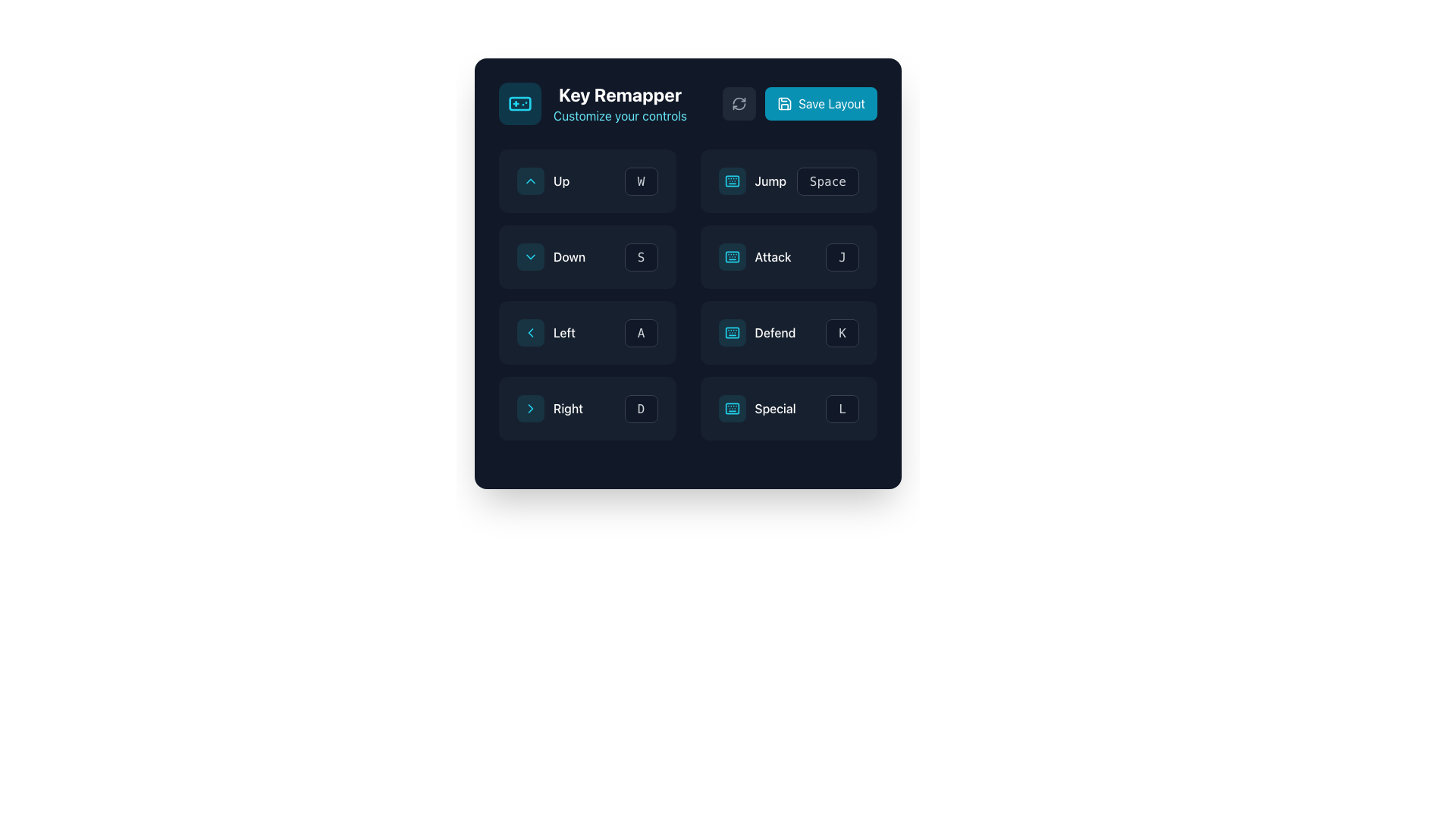 Image resolution: width=1456 pixels, height=819 pixels. What do you see at coordinates (789, 256) in the screenshot?
I see `the 'Attack' control mapping button which indicates the 'J' key is assigned to this action, located in the center-right portion of the interface` at bounding box center [789, 256].